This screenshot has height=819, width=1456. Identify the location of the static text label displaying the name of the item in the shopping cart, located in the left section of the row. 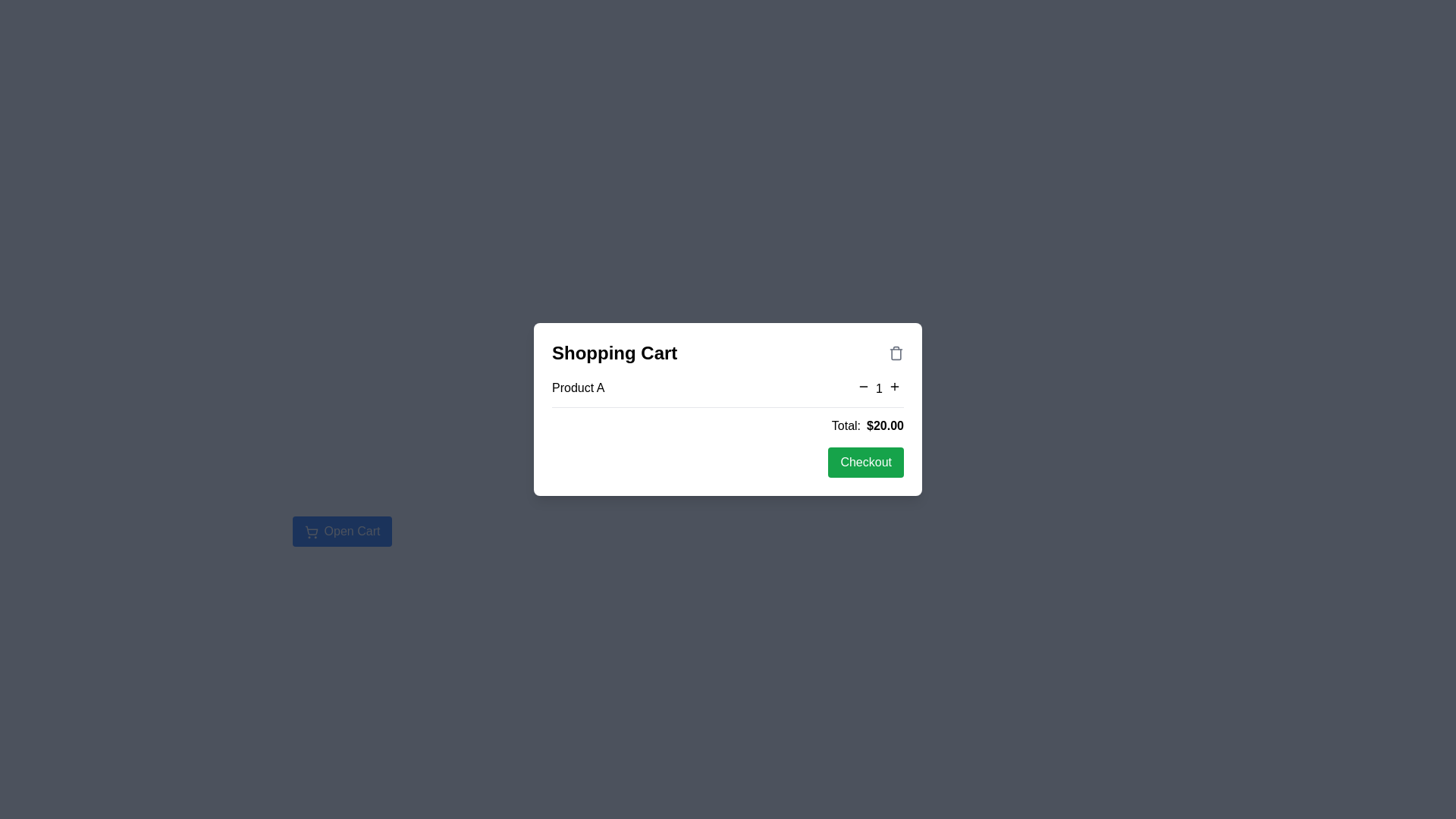
(577, 387).